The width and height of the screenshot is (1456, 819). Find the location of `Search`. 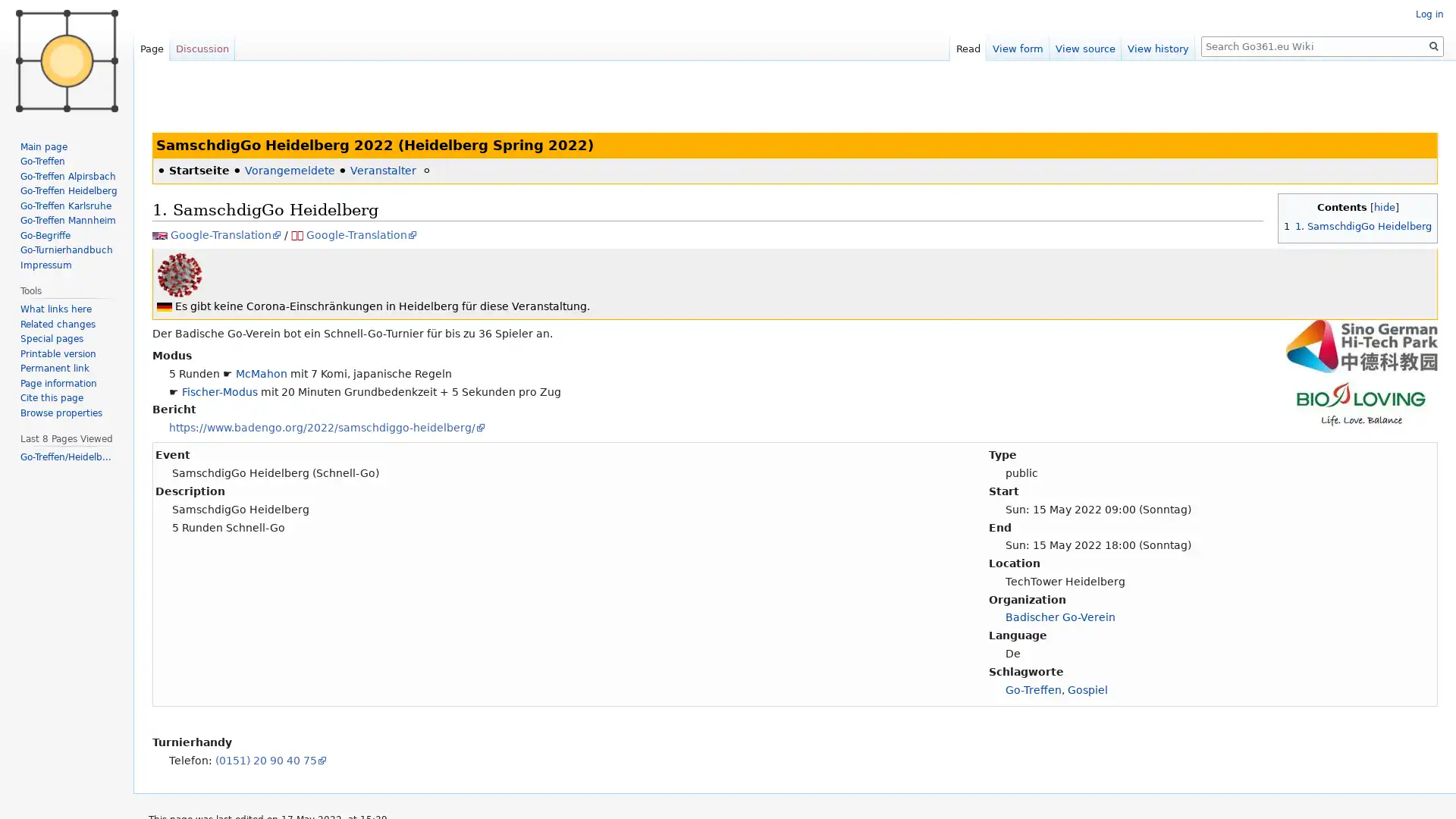

Search is located at coordinates (1433, 45).